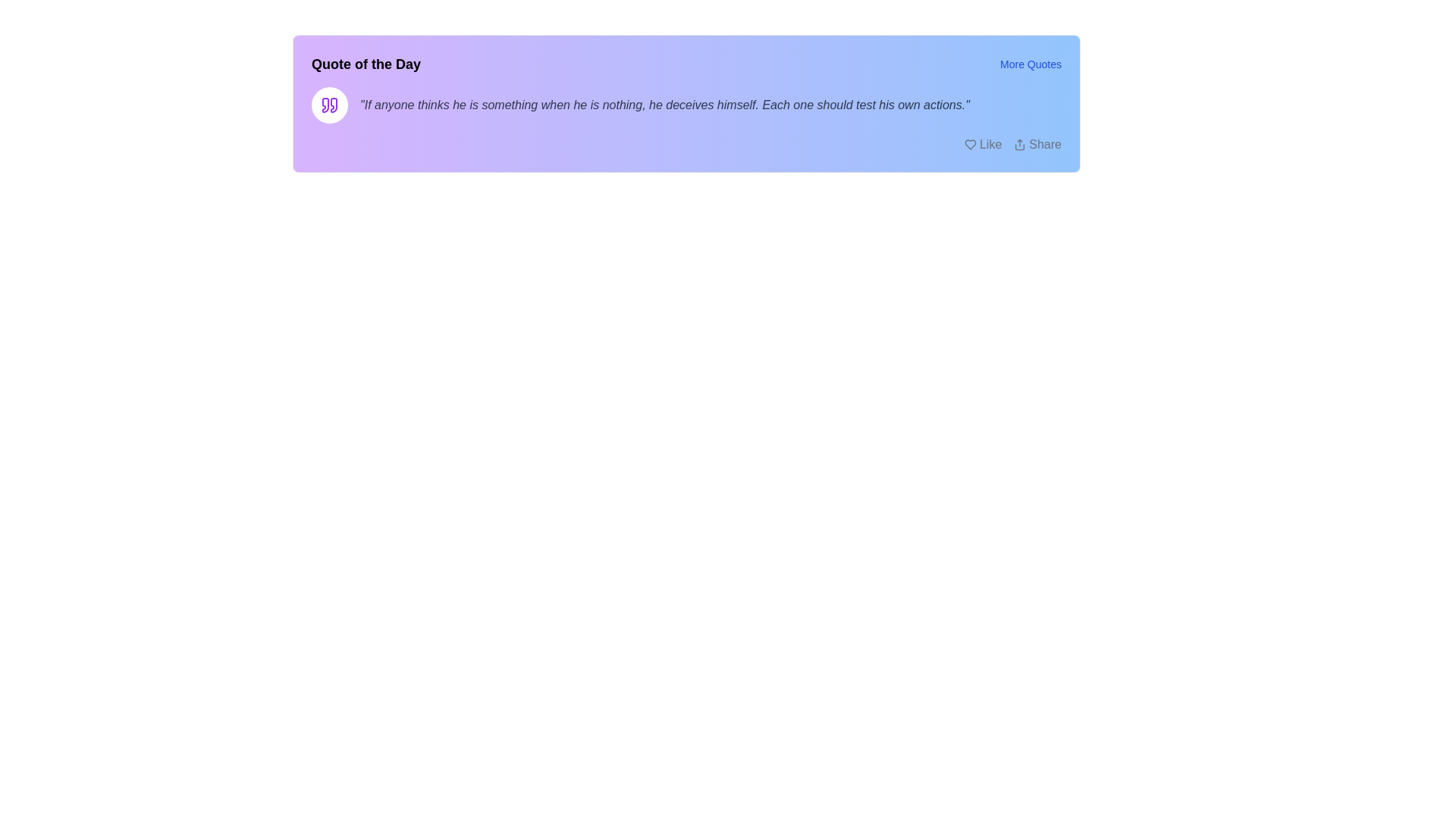  What do you see at coordinates (366, 63) in the screenshot?
I see `the header label indicating the section for daily quotes, which contains the text 'More Quotes' on its right side` at bounding box center [366, 63].